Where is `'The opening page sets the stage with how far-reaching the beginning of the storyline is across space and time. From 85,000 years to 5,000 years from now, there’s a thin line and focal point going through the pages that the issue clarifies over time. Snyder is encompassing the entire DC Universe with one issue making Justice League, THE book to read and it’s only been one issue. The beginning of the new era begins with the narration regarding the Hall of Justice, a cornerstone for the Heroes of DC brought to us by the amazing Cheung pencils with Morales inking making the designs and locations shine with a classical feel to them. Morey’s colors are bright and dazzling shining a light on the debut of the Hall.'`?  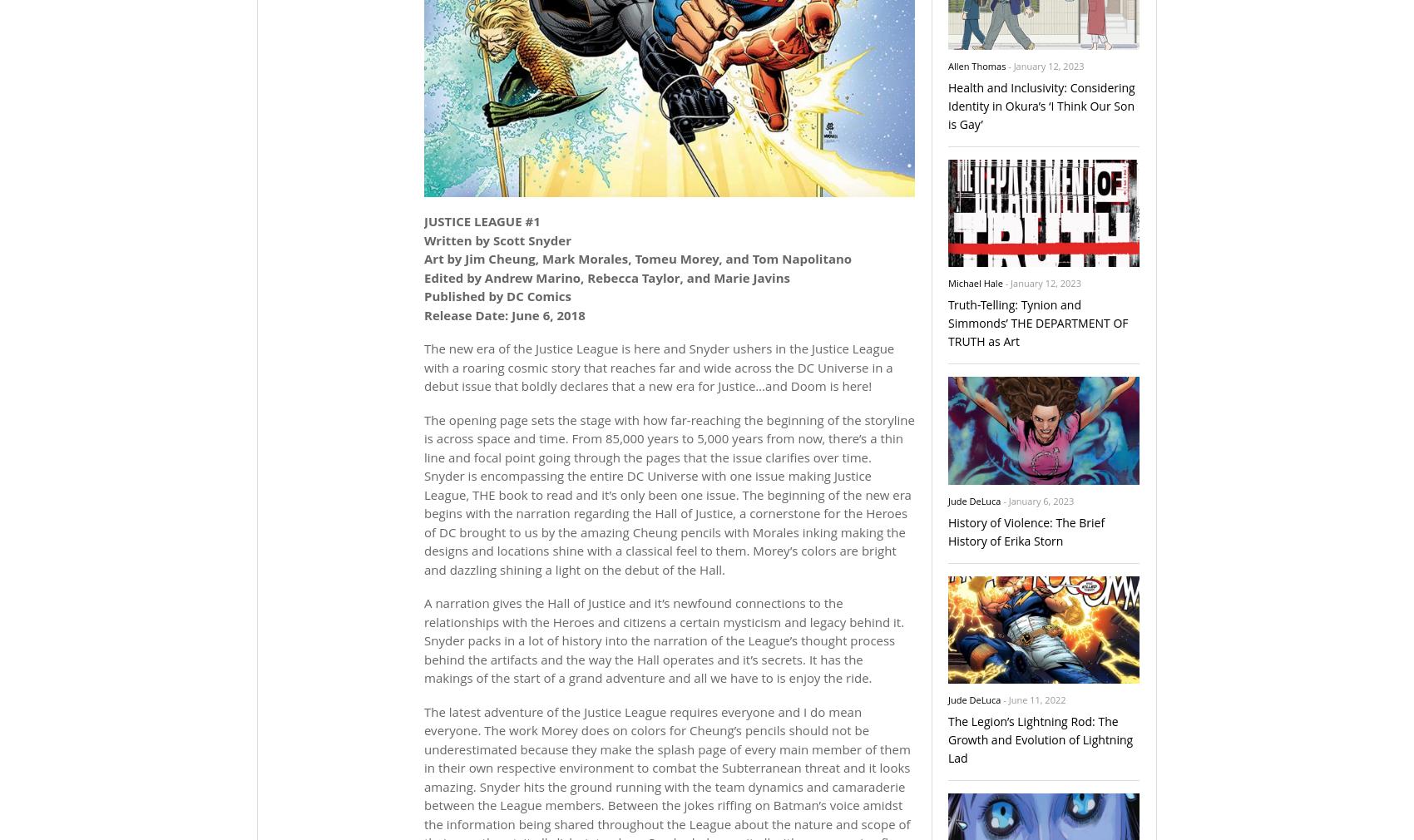
'The opening page sets the stage with how far-reaching the beginning of the storyline is across space and time. From 85,000 years to 5,000 years from now, there’s a thin line and focal point going through the pages that the issue clarifies over time. Snyder is encompassing the entire DC Universe with one issue making Justice League, THE book to read and it’s only been one issue. The beginning of the new era begins with the narration regarding the Hall of Justice, a cornerstone for the Heroes of DC brought to us by the amazing Cheung pencils with Morales inking making the designs and locations shine with a classical feel to them. Morey’s colors are bright and dazzling shining a light on the debut of the Hall.' is located at coordinates (424, 492).